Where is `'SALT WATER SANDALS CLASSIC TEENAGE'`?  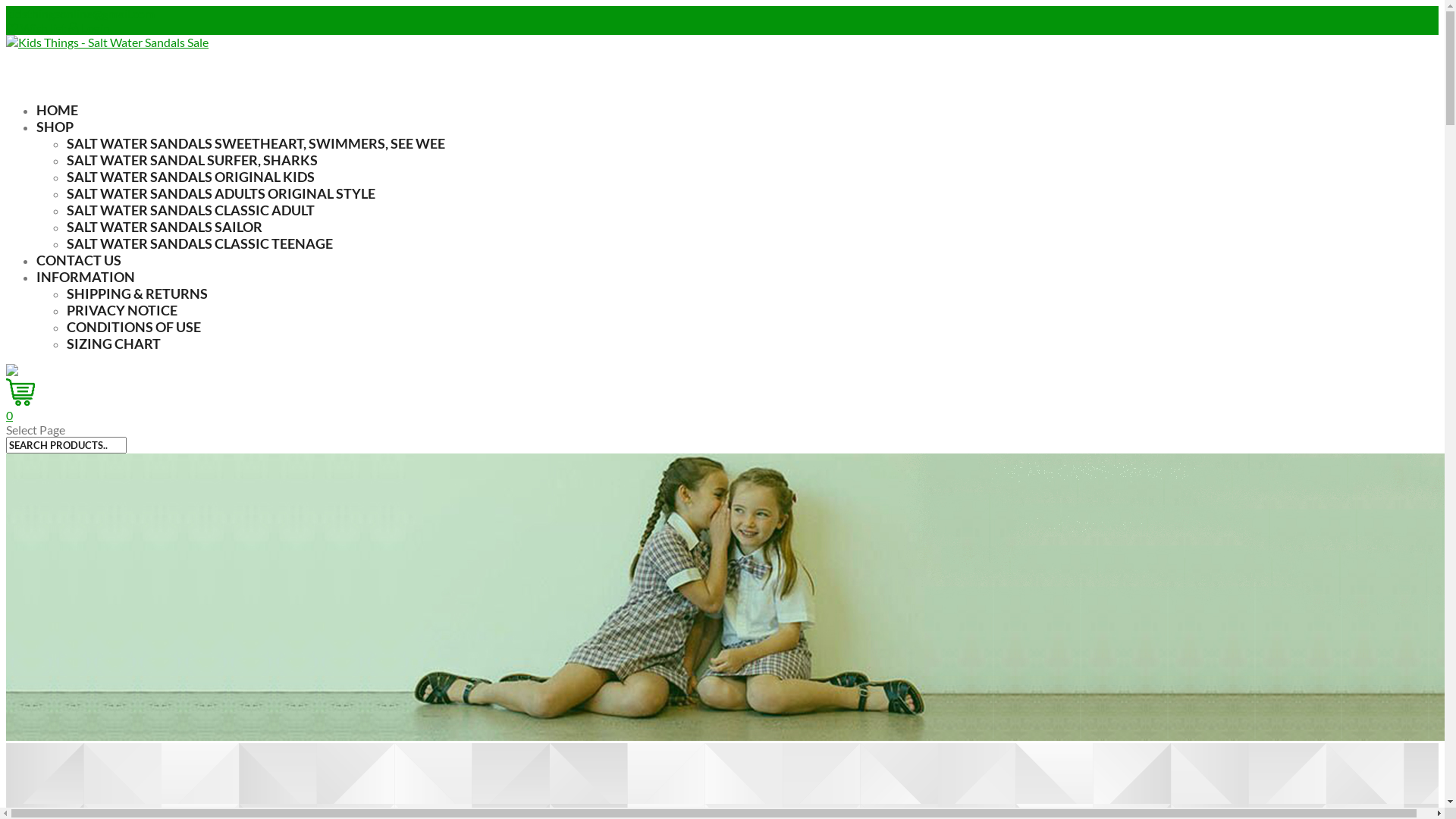
'SALT WATER SANDALS CLASSIC TEENAGE' is located at coordinates (199, 242).